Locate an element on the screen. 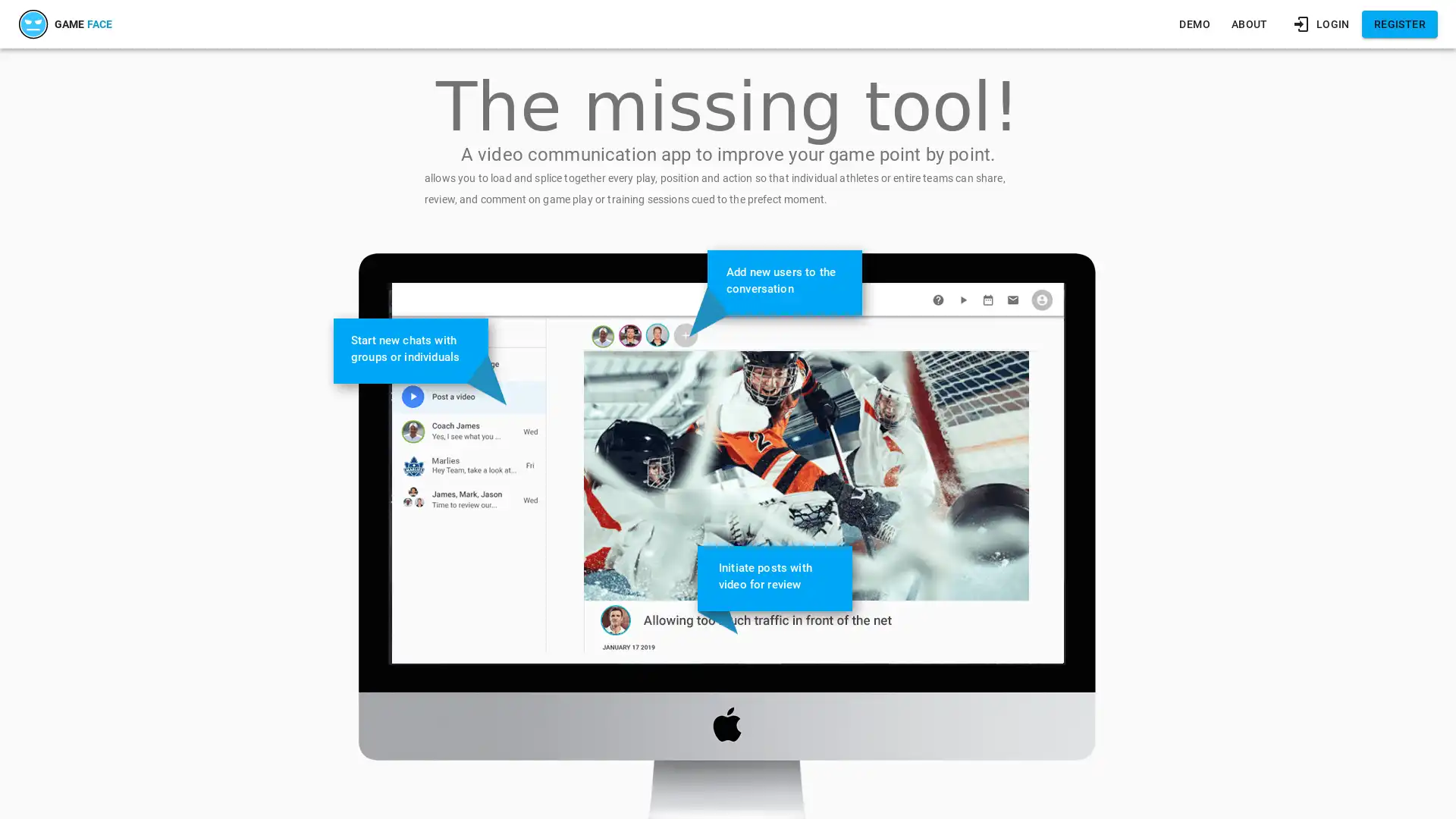 This screenshot has height=819, width=1456. LOGIN is located at coordinates (1319, 24).